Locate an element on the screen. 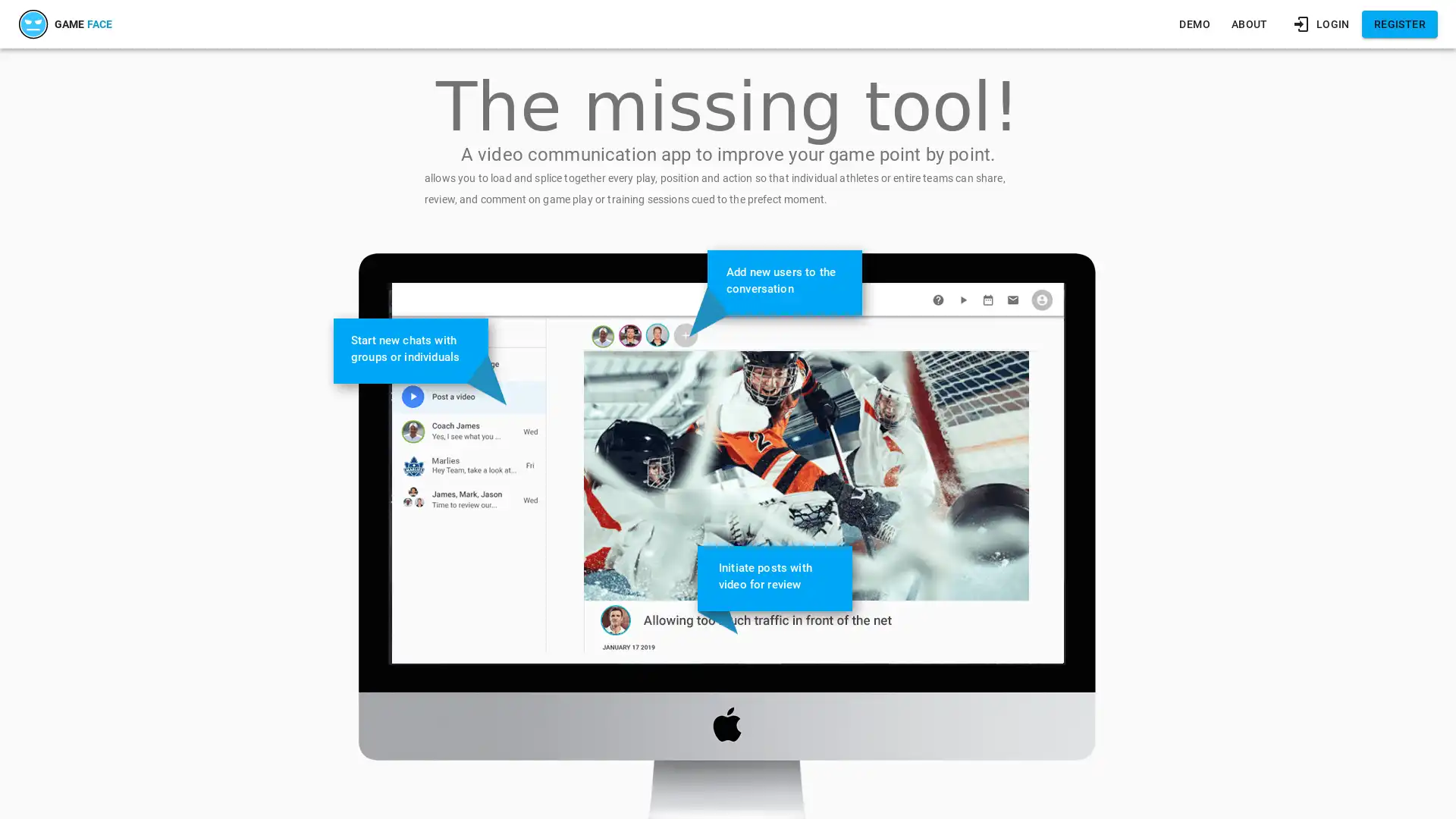 This screenshot has height=819, width=1456. LOGIN is located at coordinates (1319, 24).